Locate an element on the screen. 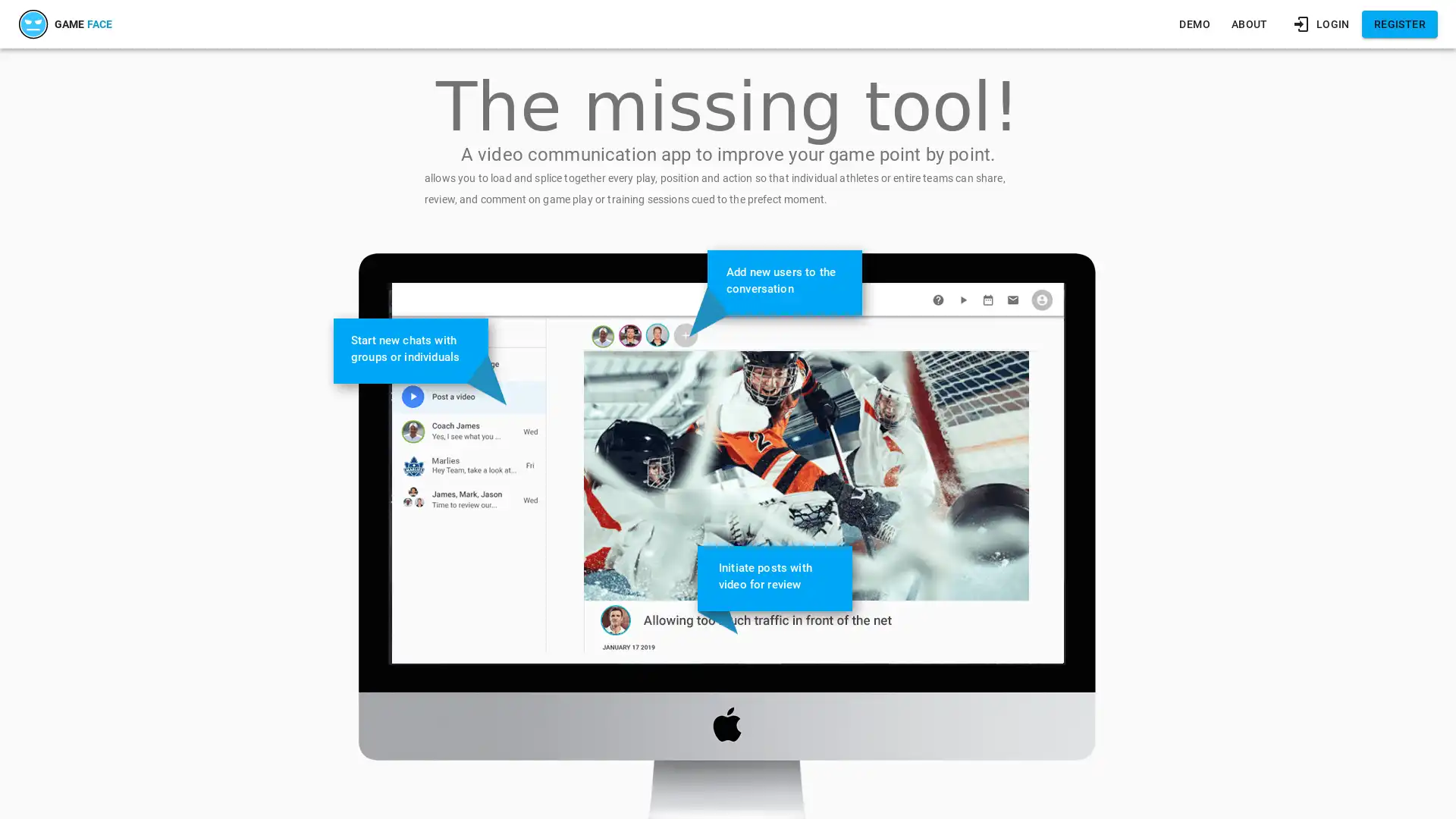 This screenshot has height=819, width=1456. LOGIN is located at coordinates (1319, 24).